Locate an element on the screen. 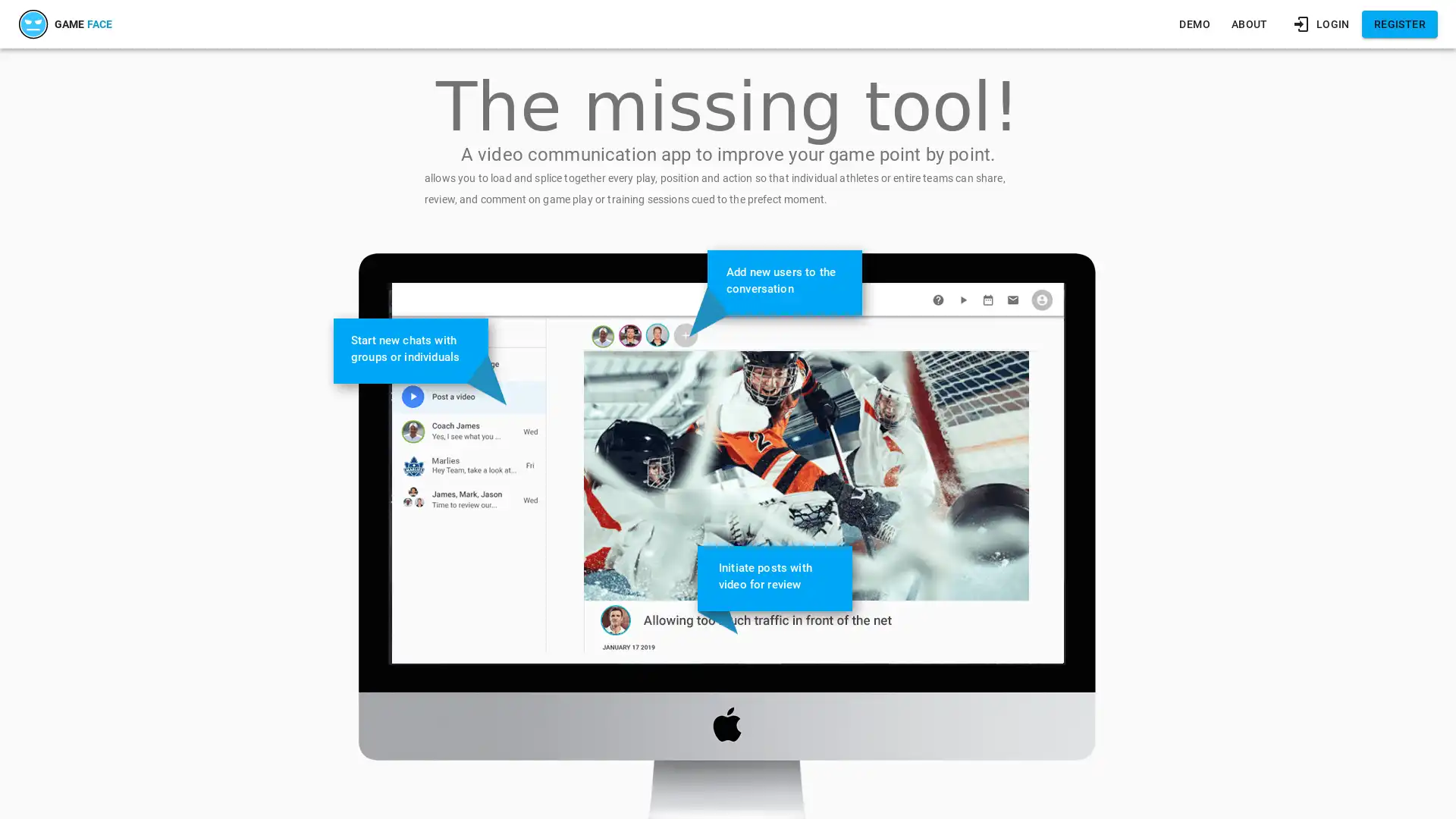 This screenshot has height=819, width=1456. LOGIN is located at coordinates (1319, 24).